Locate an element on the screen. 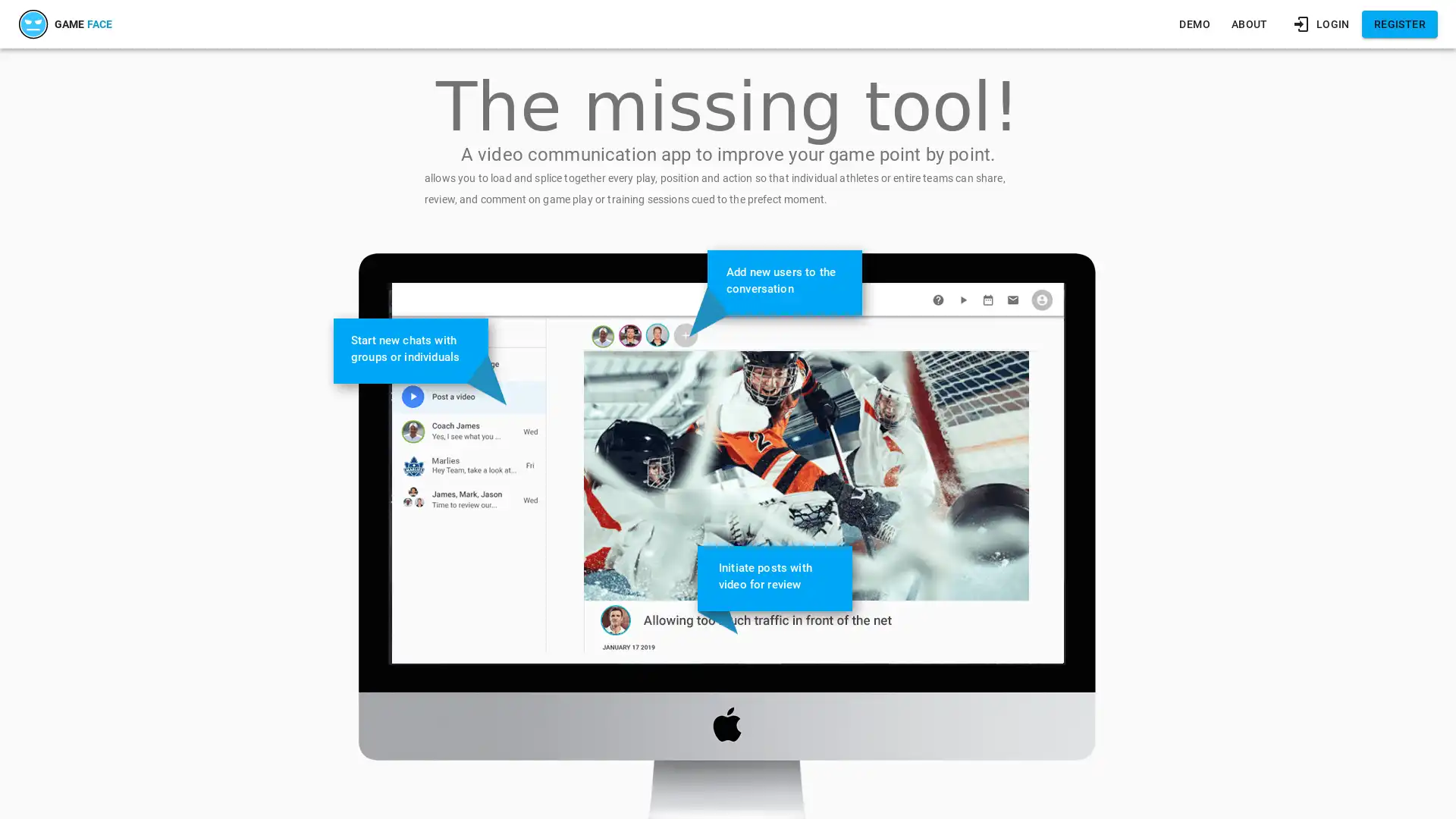 This screenshot has height=819, width=1456. LOGIN is located at coordinates (1319, 24).